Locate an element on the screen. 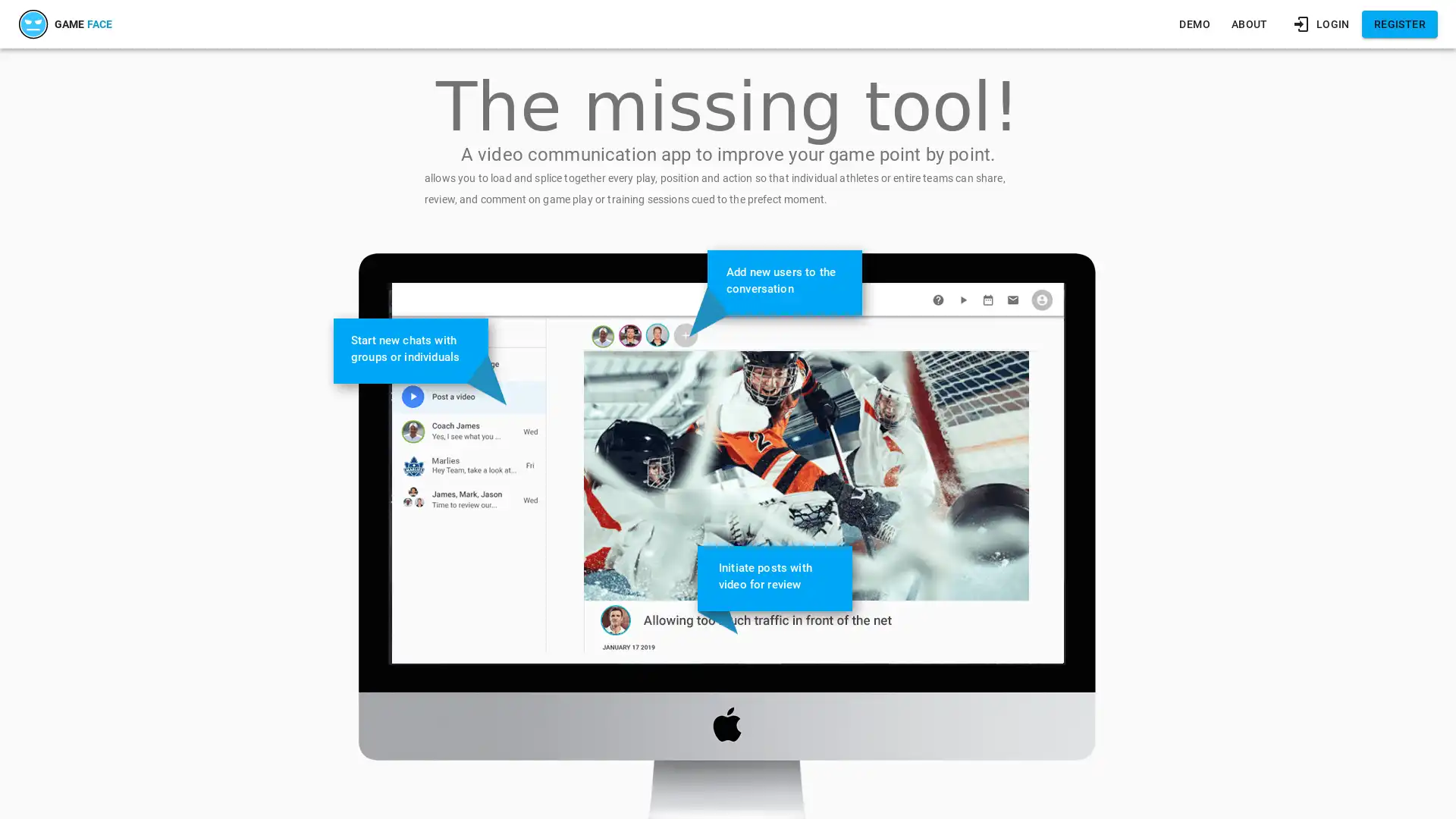 This screenshot has height=819, width=1456. LOGIN is located at coordinates (1319, 24).